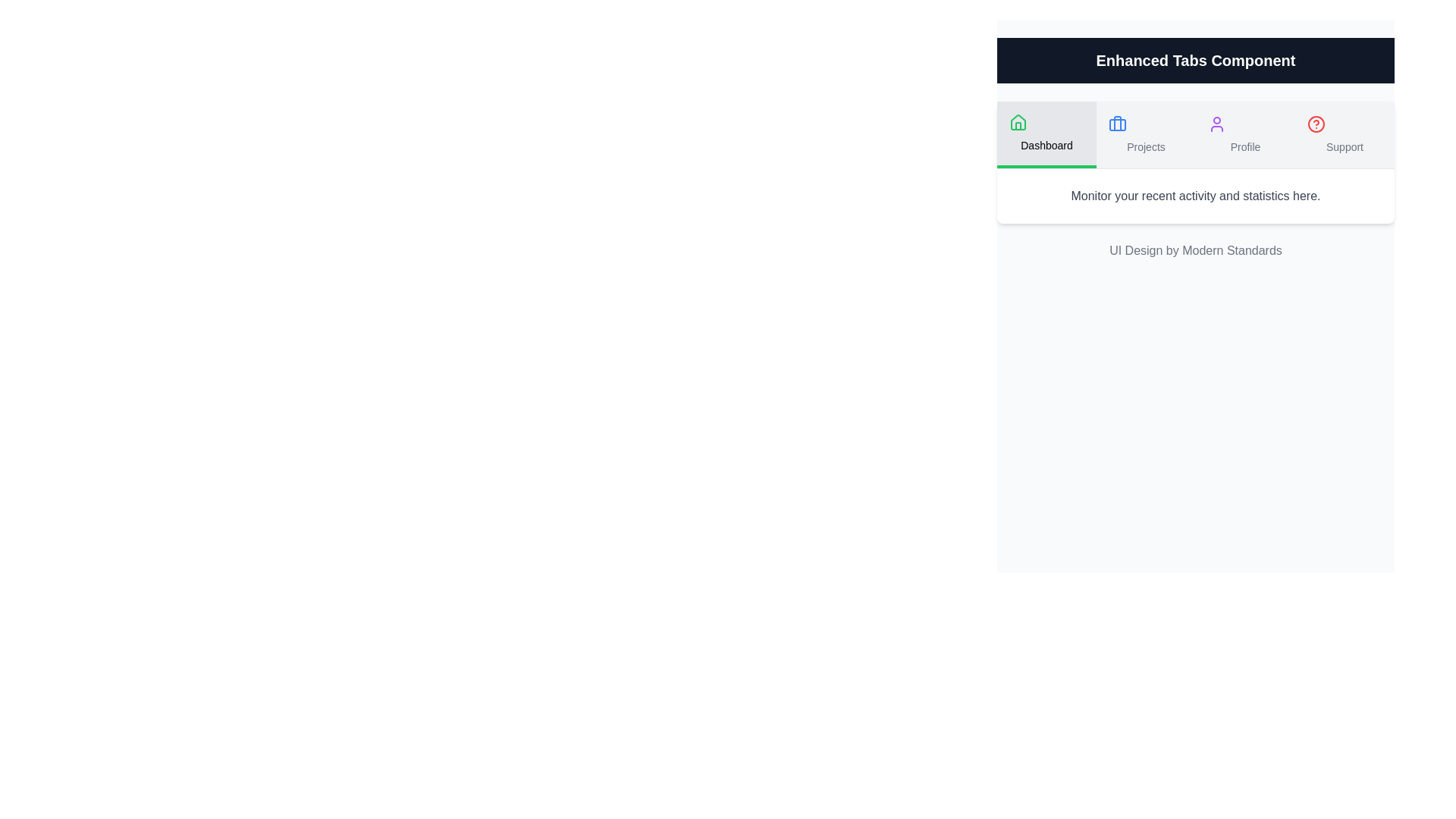  Describe the element at coordinates (1018, 122) in the screenshot. I see `the house icon with a green outline located at the top-center of the 'Dashboard' tab, above the 'Dashboard' label text` at that location.